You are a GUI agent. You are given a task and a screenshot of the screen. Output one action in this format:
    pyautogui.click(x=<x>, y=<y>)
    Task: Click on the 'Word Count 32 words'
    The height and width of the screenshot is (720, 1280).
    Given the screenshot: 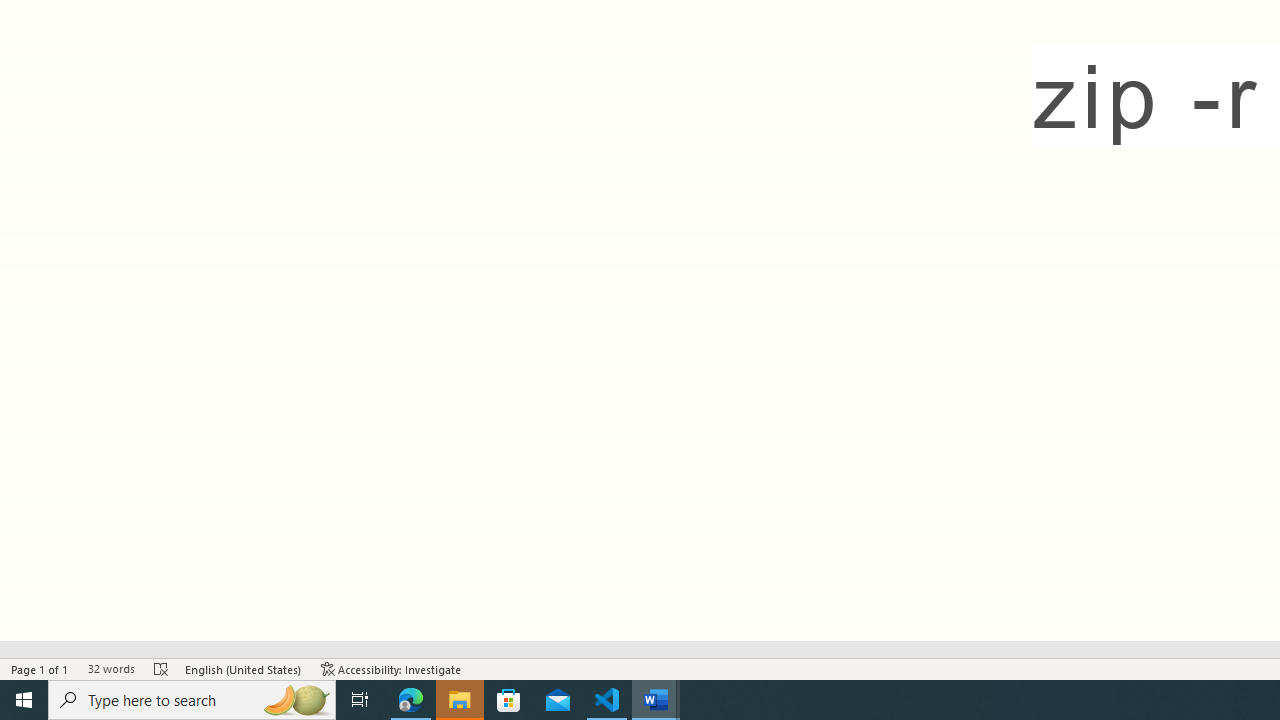 What is the action you would take?
    pyautogui.click(x=110, y=669)
    